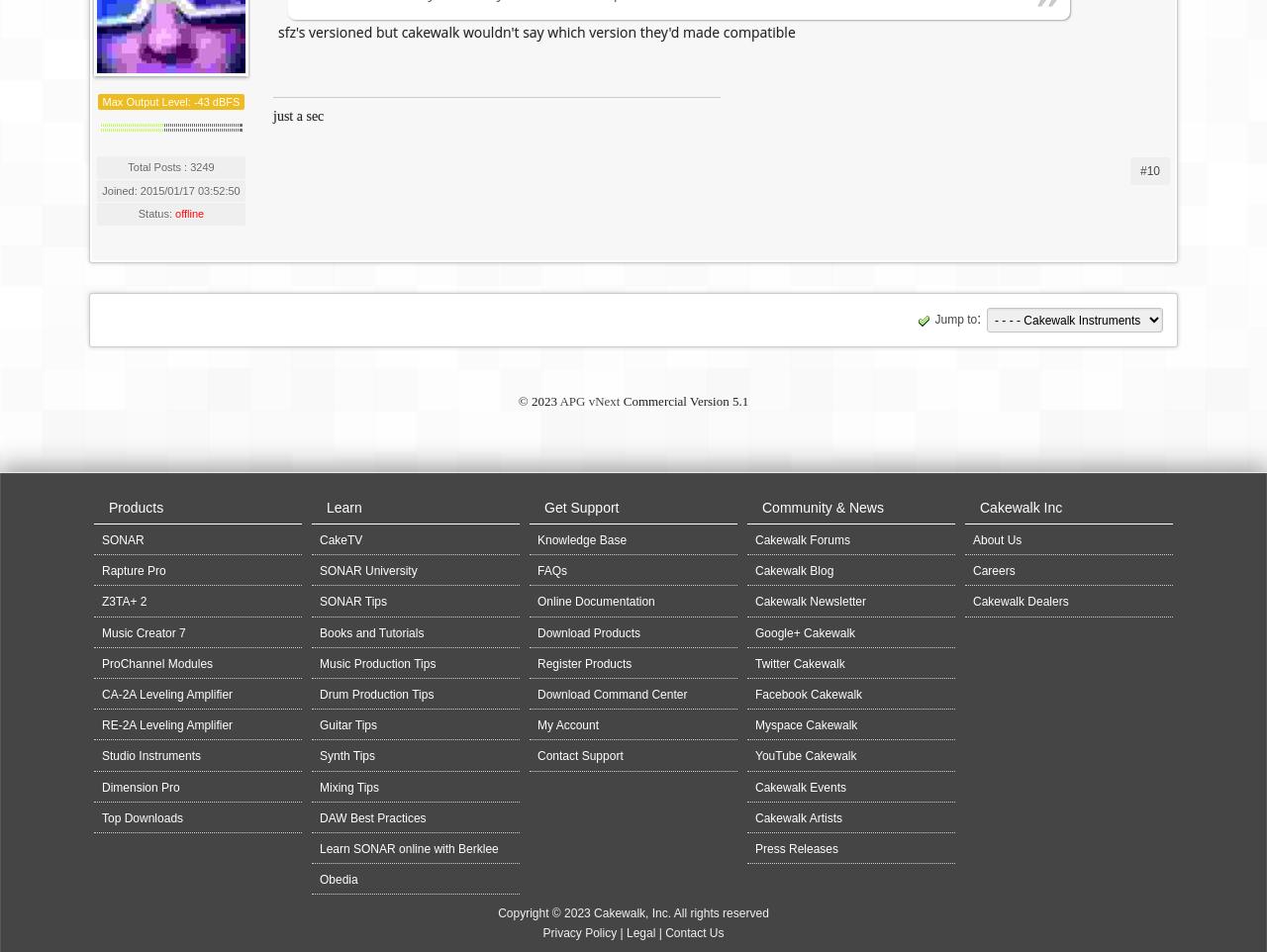 The width and height of the screenshot is (1267, 952). I want to click on 'Myspace Cakewalk', so click(806, 725).